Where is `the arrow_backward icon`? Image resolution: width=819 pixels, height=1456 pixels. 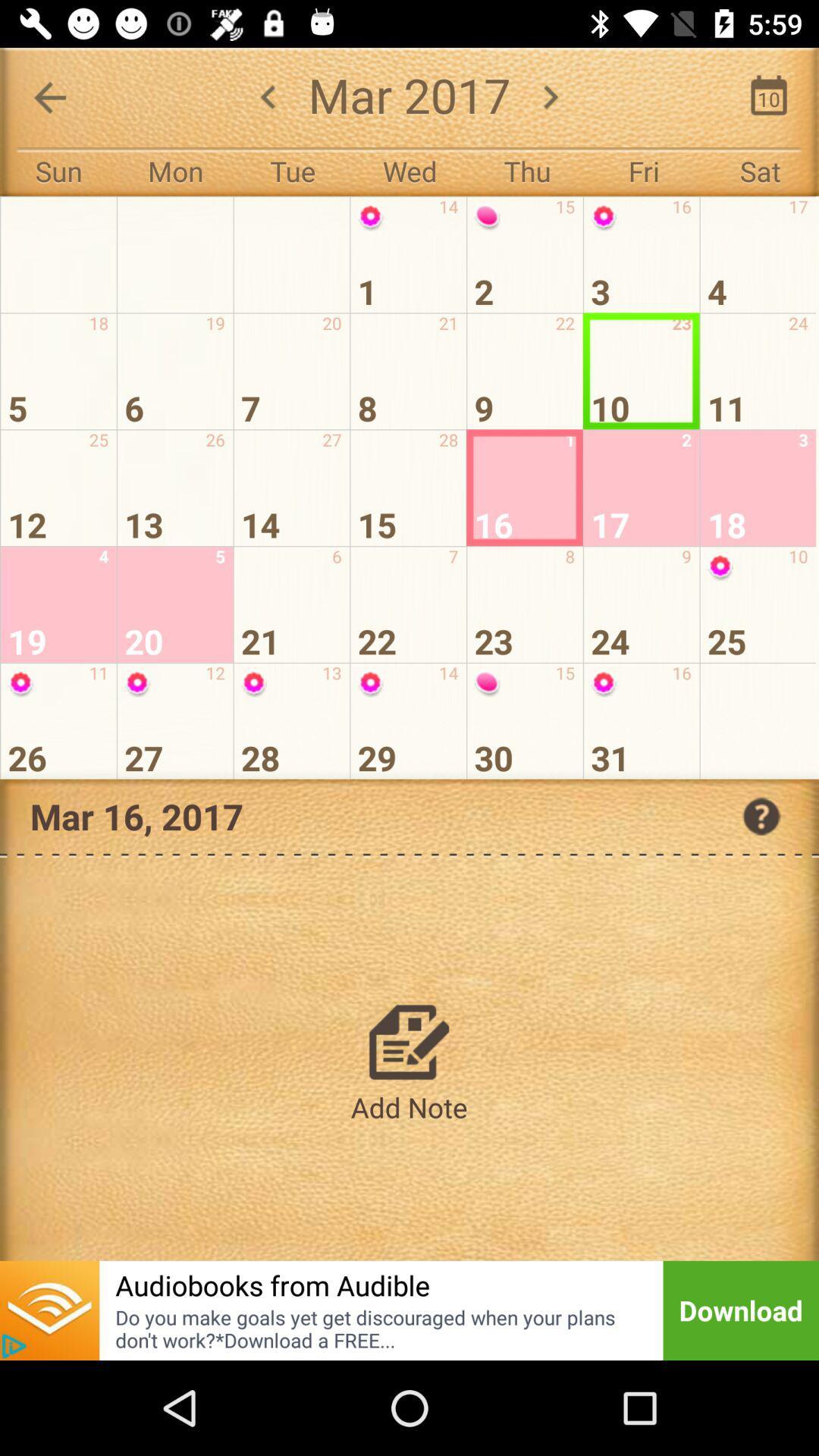 the arrow_backward icon is located at coordinates (268, 96).